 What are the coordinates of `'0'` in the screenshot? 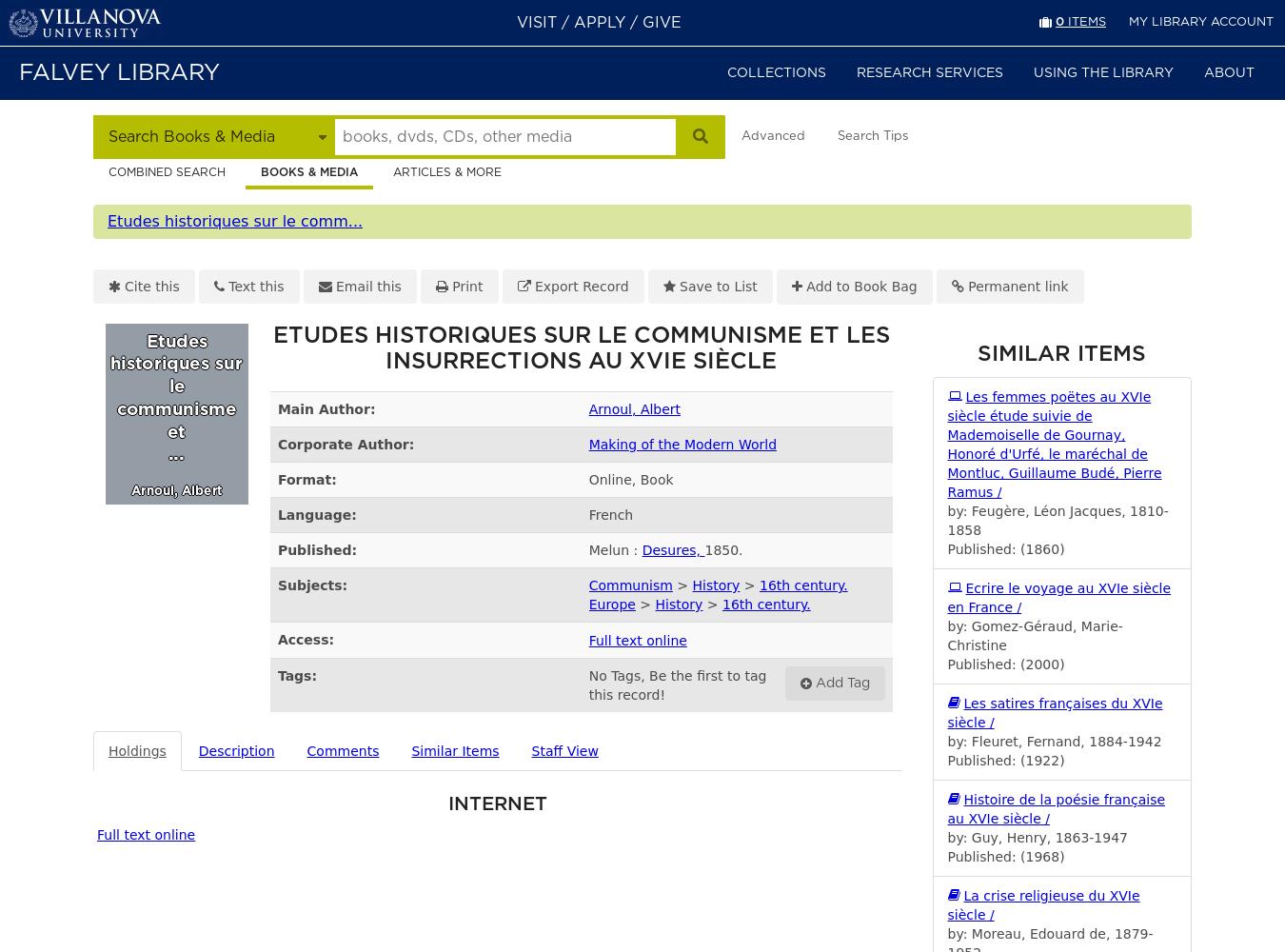 It's located at (1059, 22).